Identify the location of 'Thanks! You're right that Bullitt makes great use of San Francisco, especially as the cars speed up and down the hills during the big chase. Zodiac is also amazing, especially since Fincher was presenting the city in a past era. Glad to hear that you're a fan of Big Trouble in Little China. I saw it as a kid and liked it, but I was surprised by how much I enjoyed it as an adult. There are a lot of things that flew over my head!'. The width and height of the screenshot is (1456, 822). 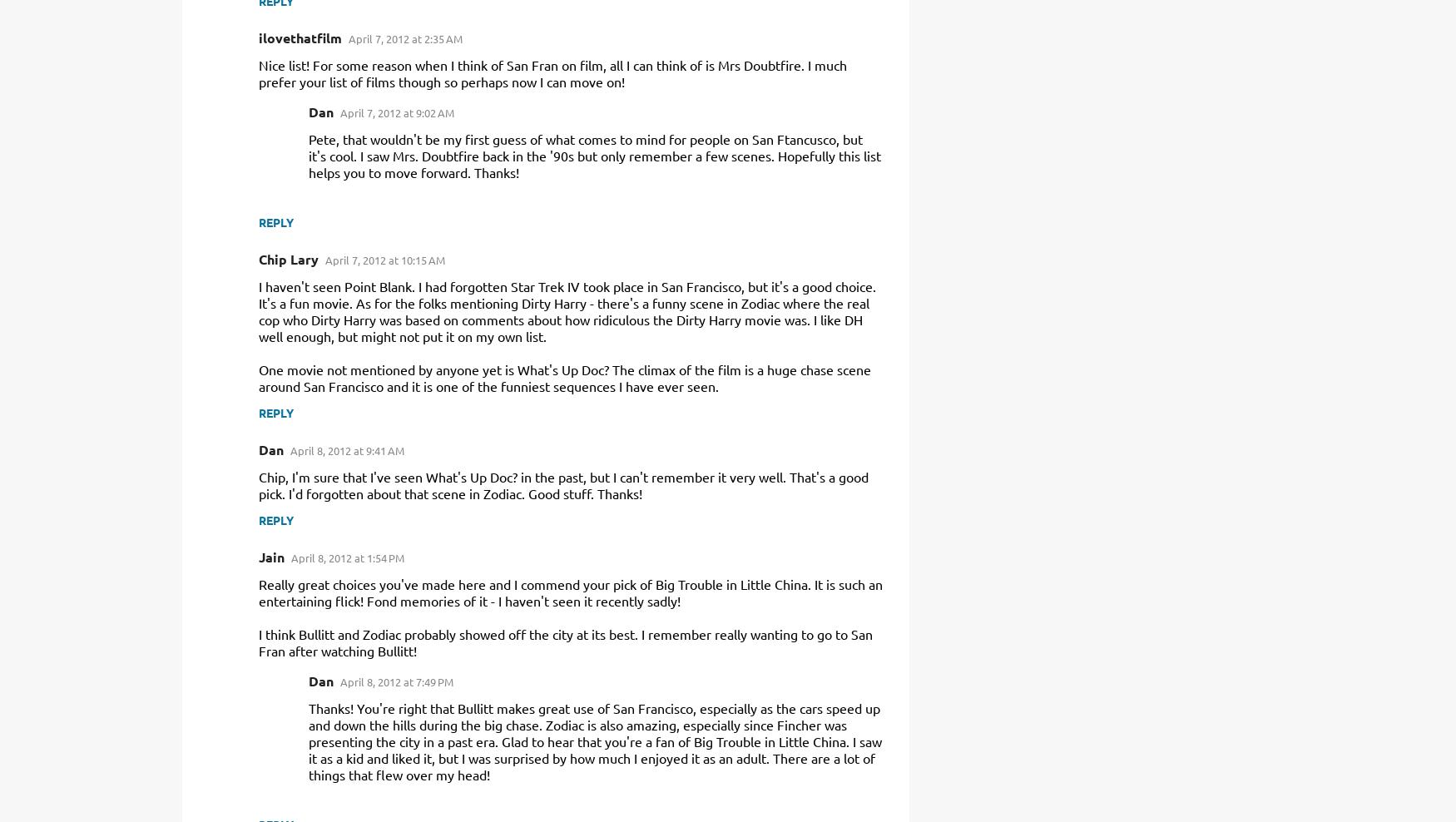
(309, 740).